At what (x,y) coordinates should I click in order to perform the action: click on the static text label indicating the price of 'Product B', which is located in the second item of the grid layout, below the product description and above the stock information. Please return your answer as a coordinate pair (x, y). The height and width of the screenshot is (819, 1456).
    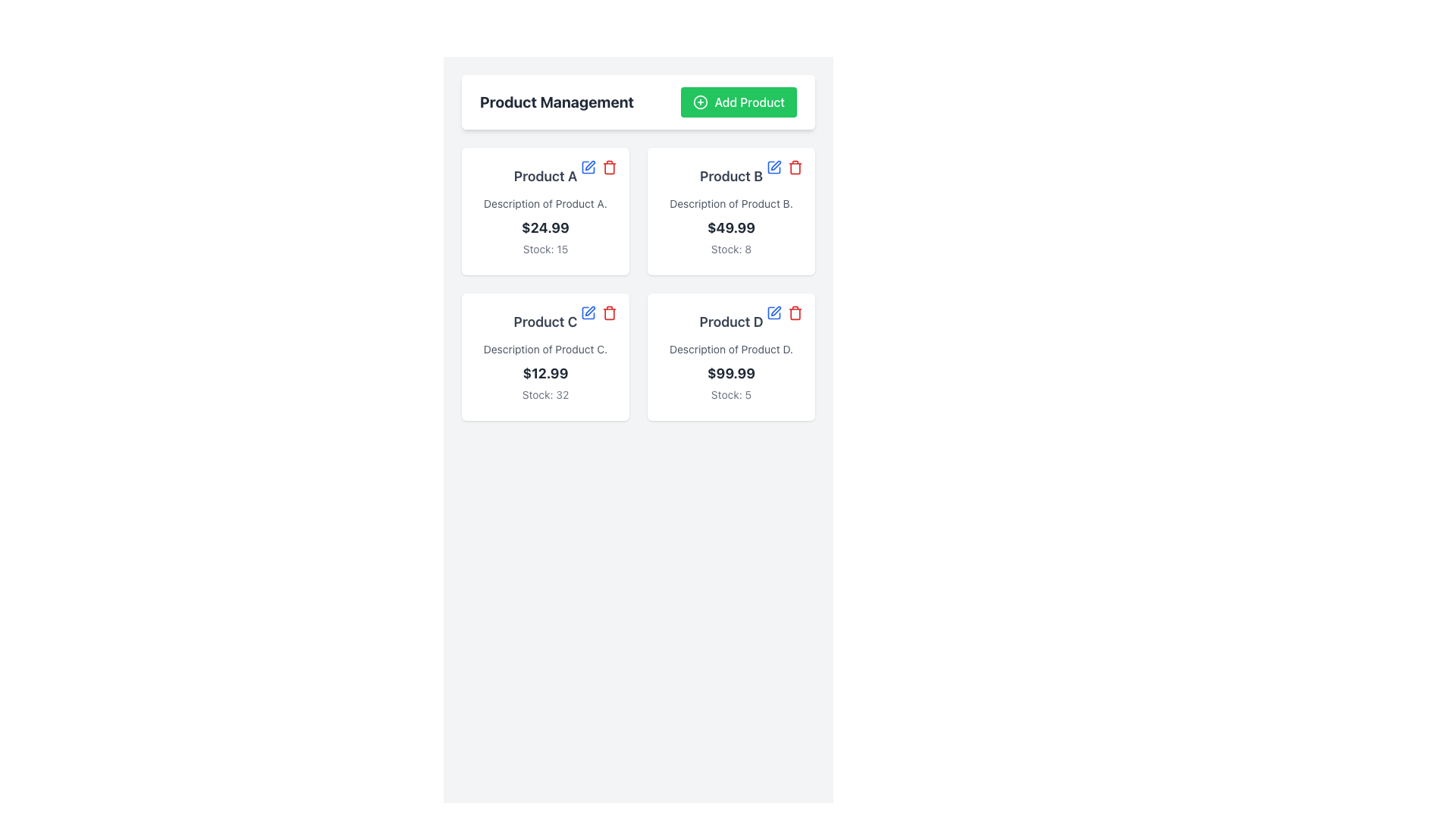
    Looking at the image, I should click on (731, 227).